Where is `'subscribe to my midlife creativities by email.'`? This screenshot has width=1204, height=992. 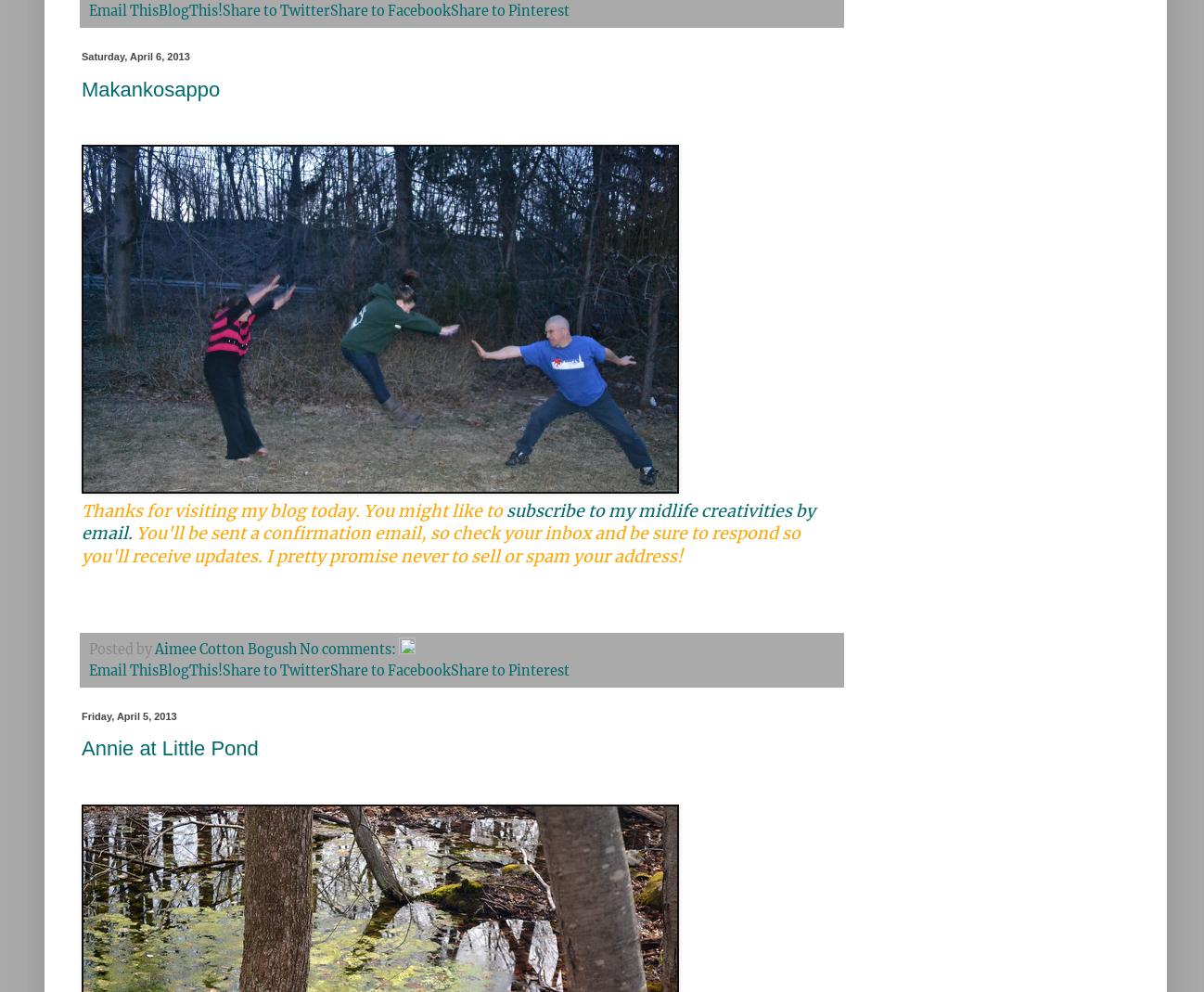
'subscribe to my midlife creativities by email.' is located at coordinates (448, 522).